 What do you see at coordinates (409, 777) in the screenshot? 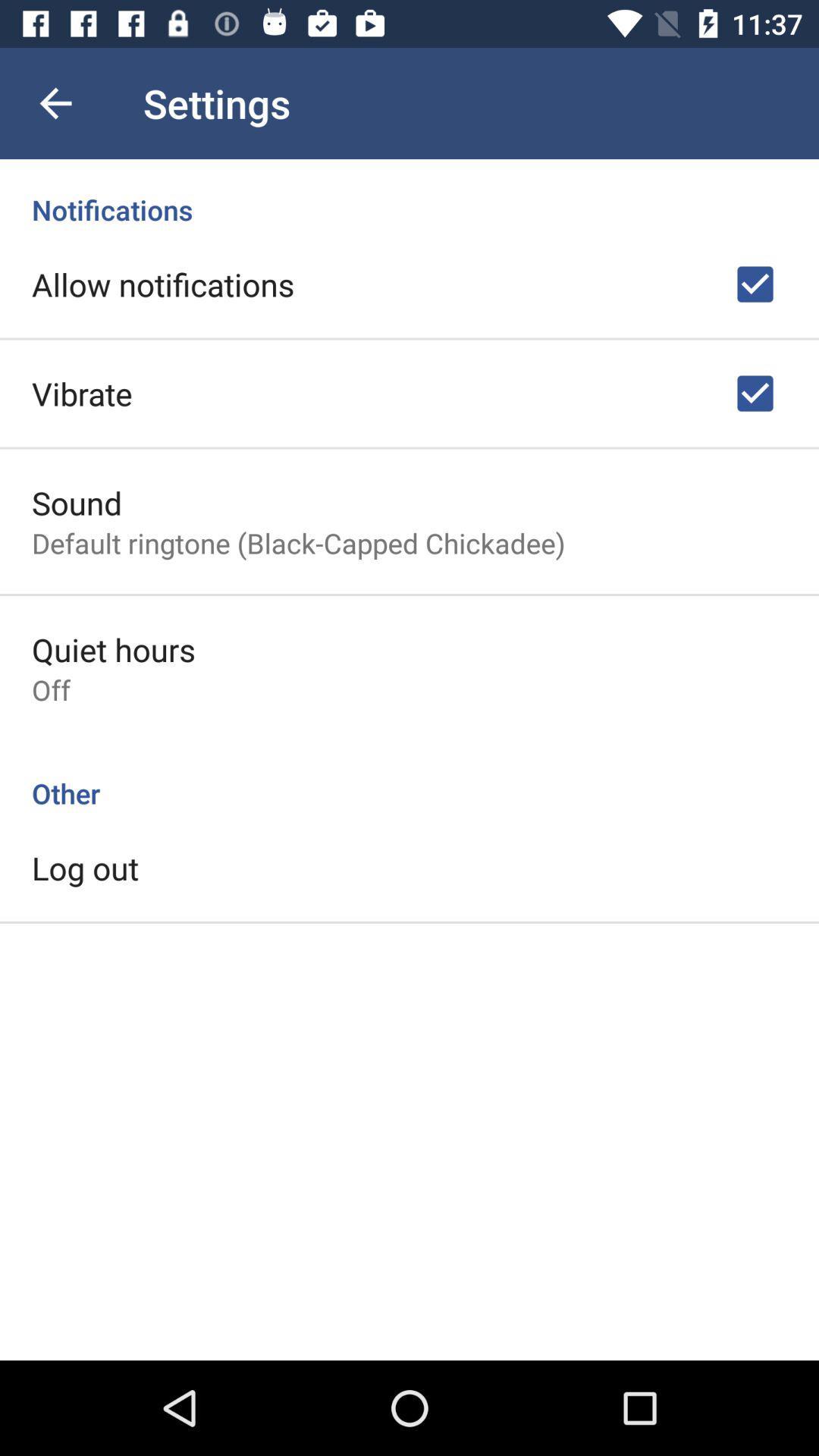
I see `other icon` at bounding box center [409, 777].